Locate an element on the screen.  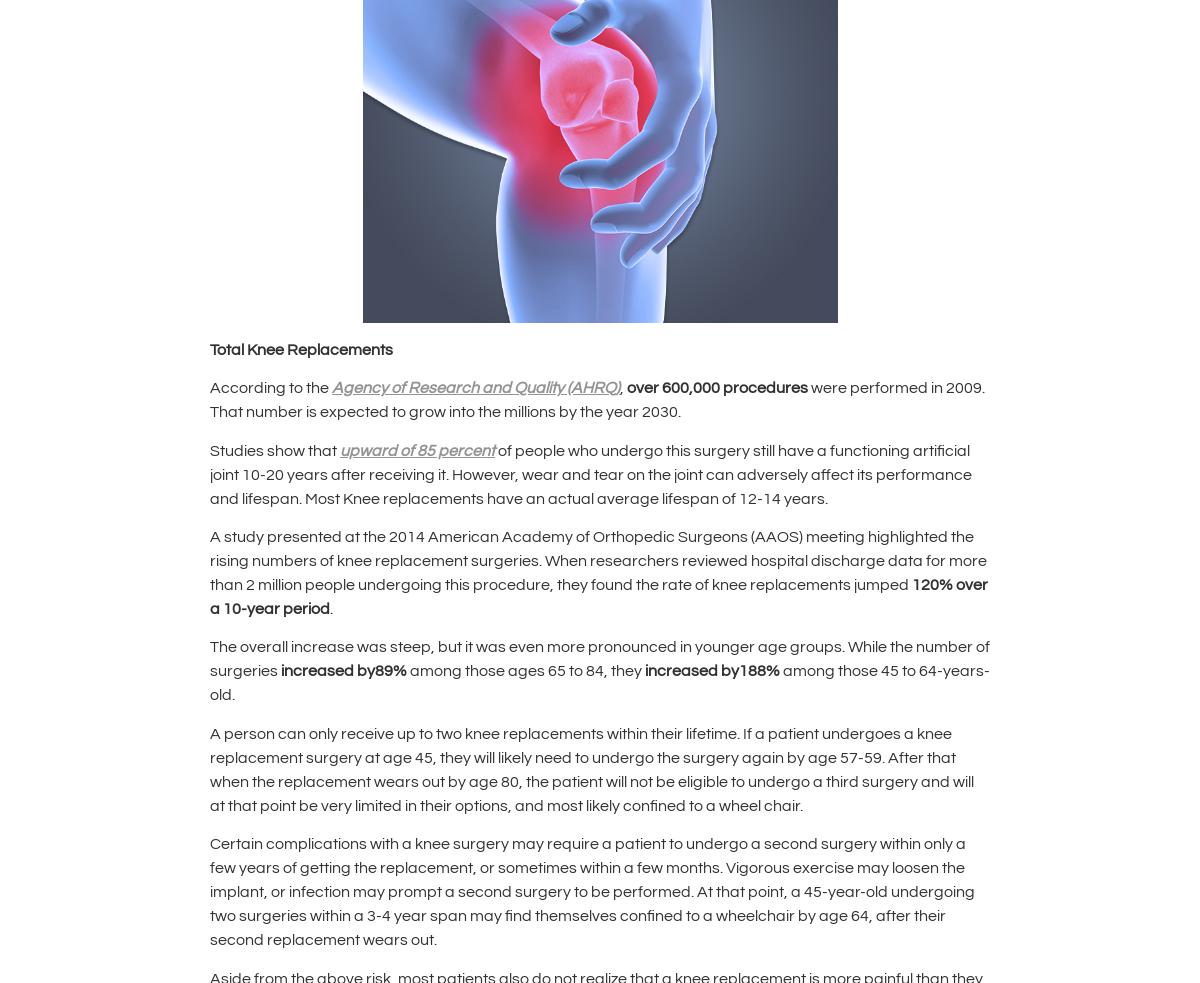
'Total Knee Replacements' is located at coordinates (301, 347).